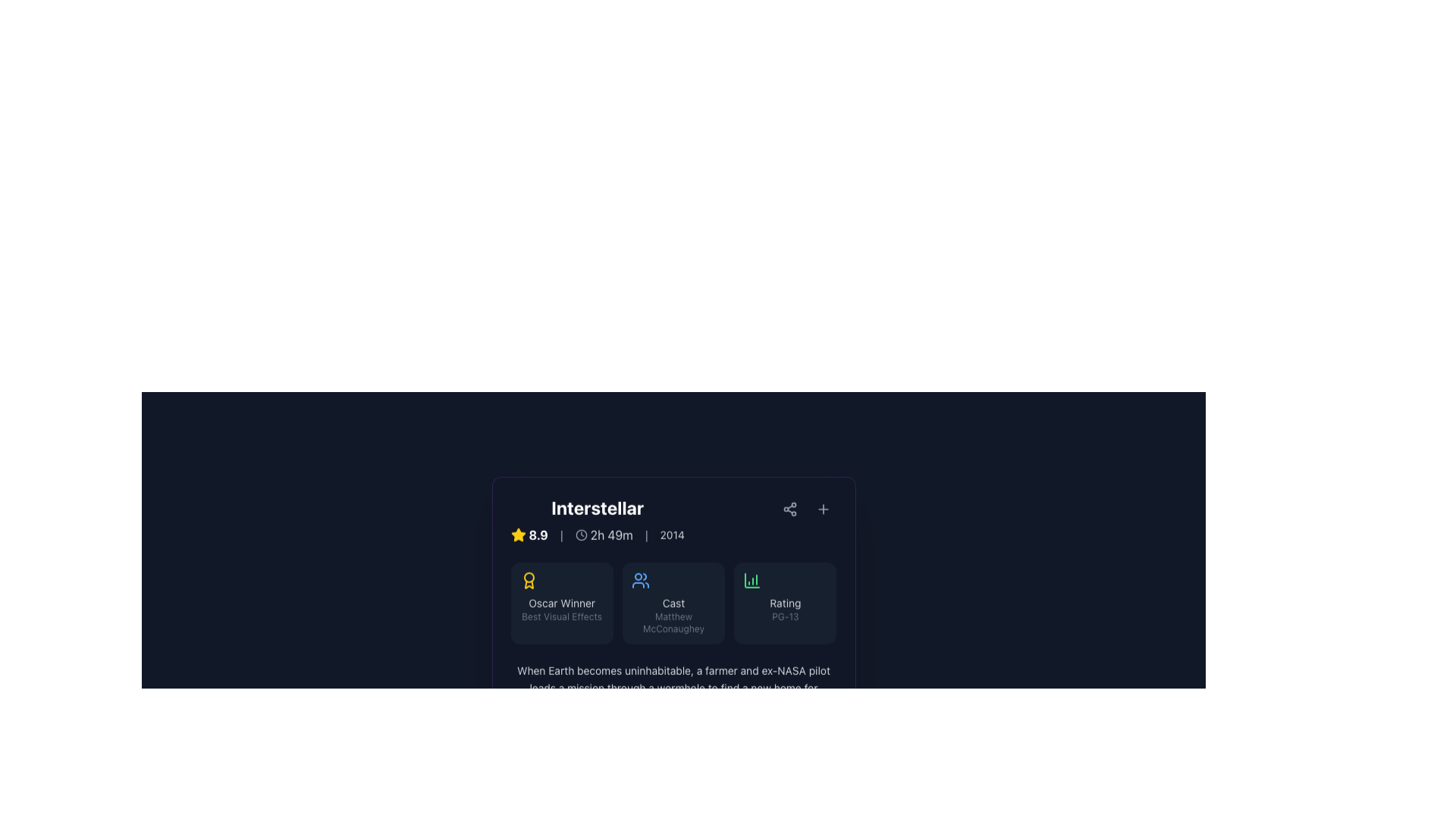 The height and width of the screenshot is (819, 1456). I want to click on the visual separator that differentiates adjacent text elements, located between '2h 49m' and '2014' in the top center of the interface, so click(646, 534).